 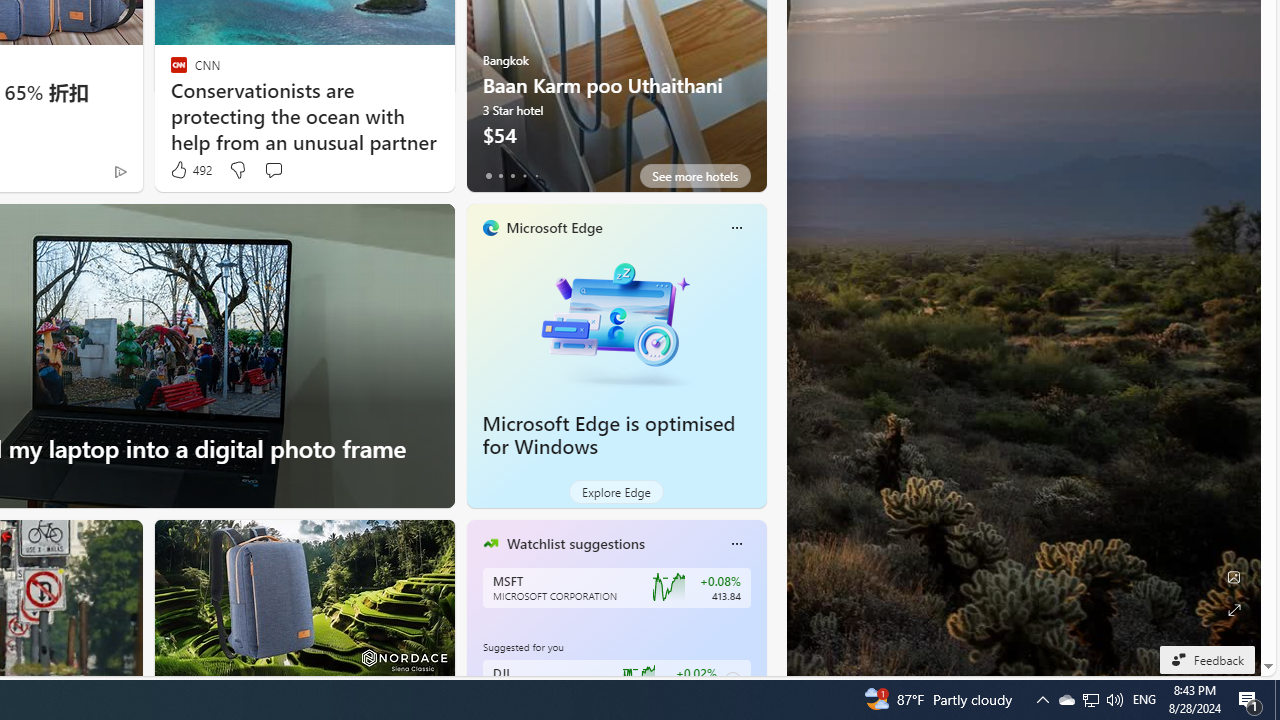 What do you see at coordinates (1232, 609) in the screenshot?
I see `'Expand background'` at bounding box center [1232, 609].